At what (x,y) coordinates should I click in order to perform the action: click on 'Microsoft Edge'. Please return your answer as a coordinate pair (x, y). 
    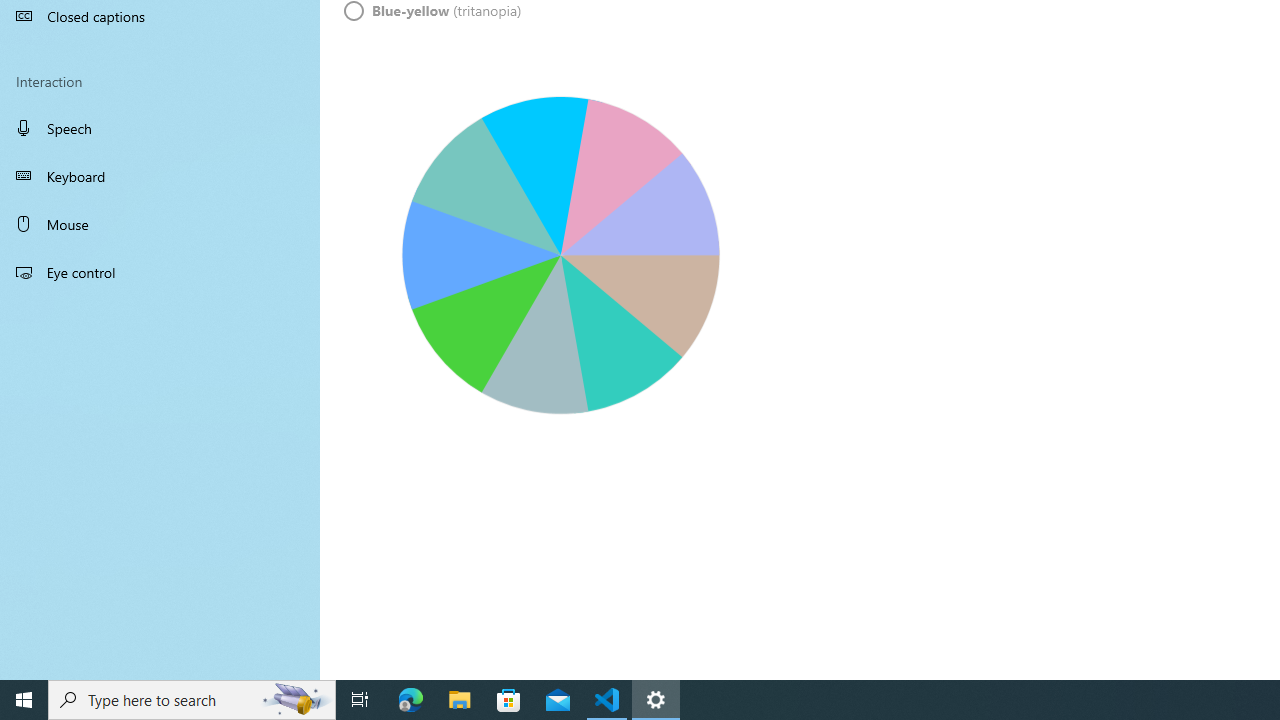
    Looking at the image, I should click on (410, 698).